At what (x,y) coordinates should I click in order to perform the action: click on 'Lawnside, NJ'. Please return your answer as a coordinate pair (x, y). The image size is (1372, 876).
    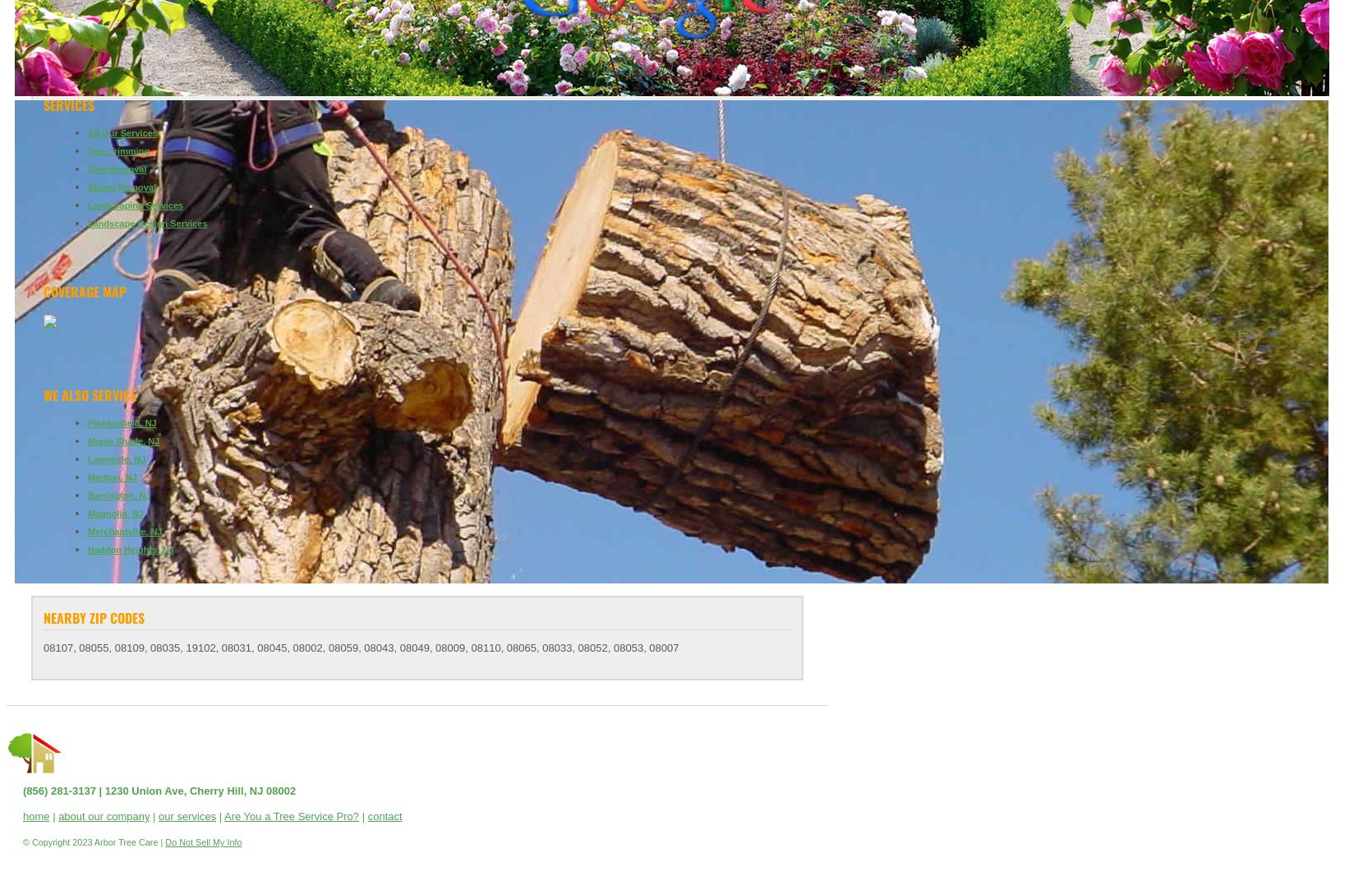
    Looking at the image, I should click on (115, 459).